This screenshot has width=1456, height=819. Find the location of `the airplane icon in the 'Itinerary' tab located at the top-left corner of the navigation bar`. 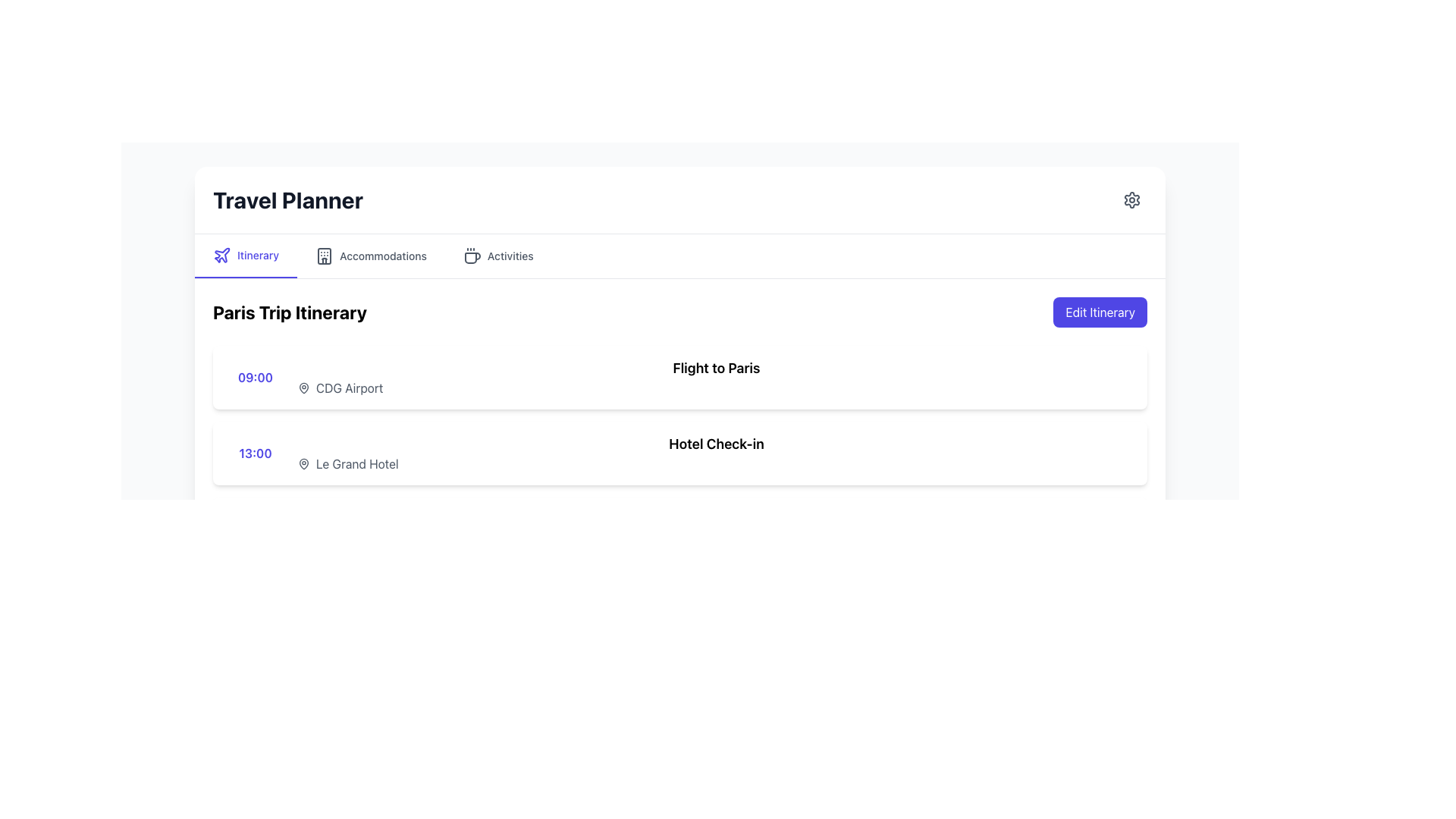

the airplane icon in the 'Itinerary' tab located at the top-left corner of the navigation bar is located at coordinates (221, 254).